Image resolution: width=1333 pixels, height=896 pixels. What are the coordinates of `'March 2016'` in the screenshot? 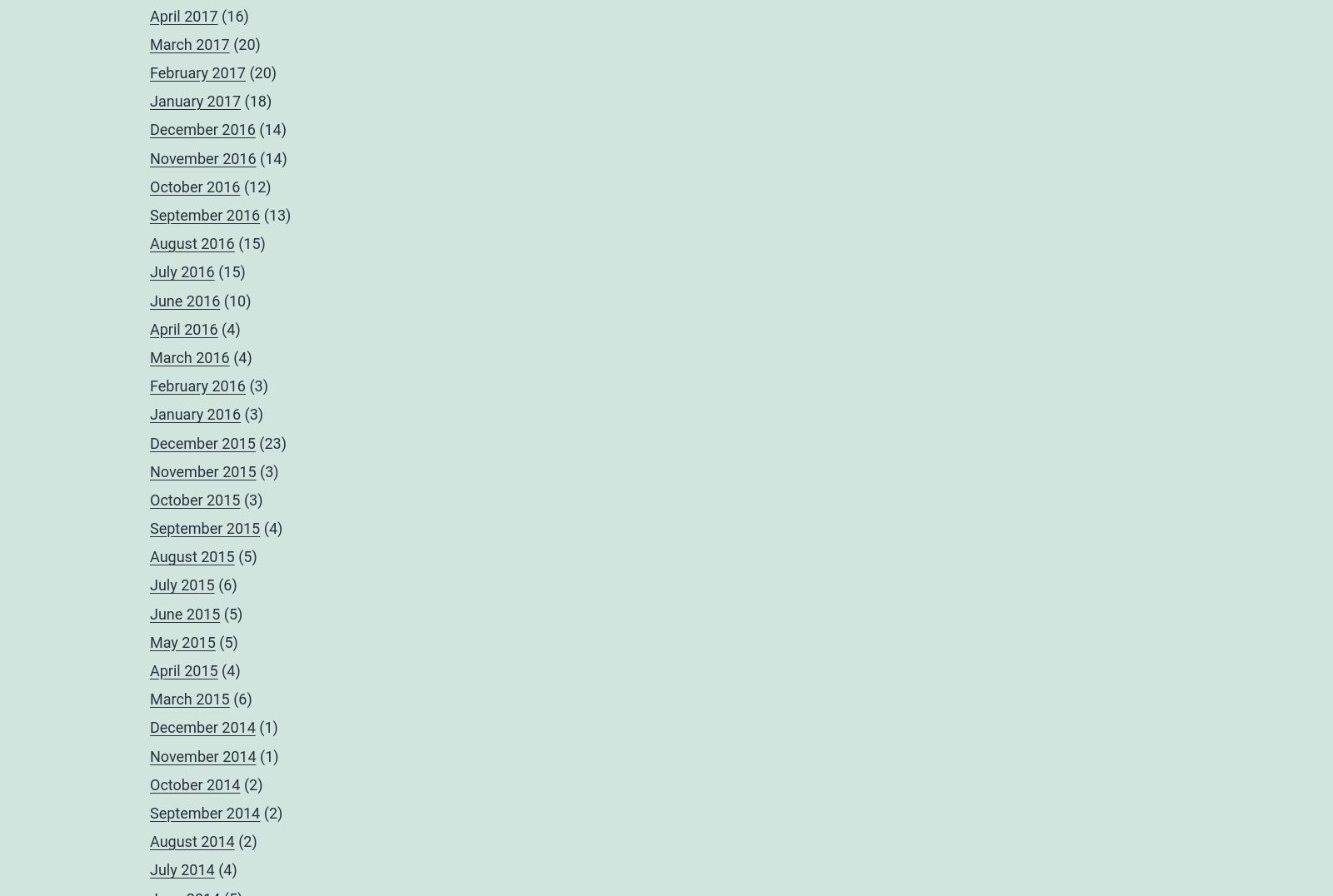 It's located at (149, 356).